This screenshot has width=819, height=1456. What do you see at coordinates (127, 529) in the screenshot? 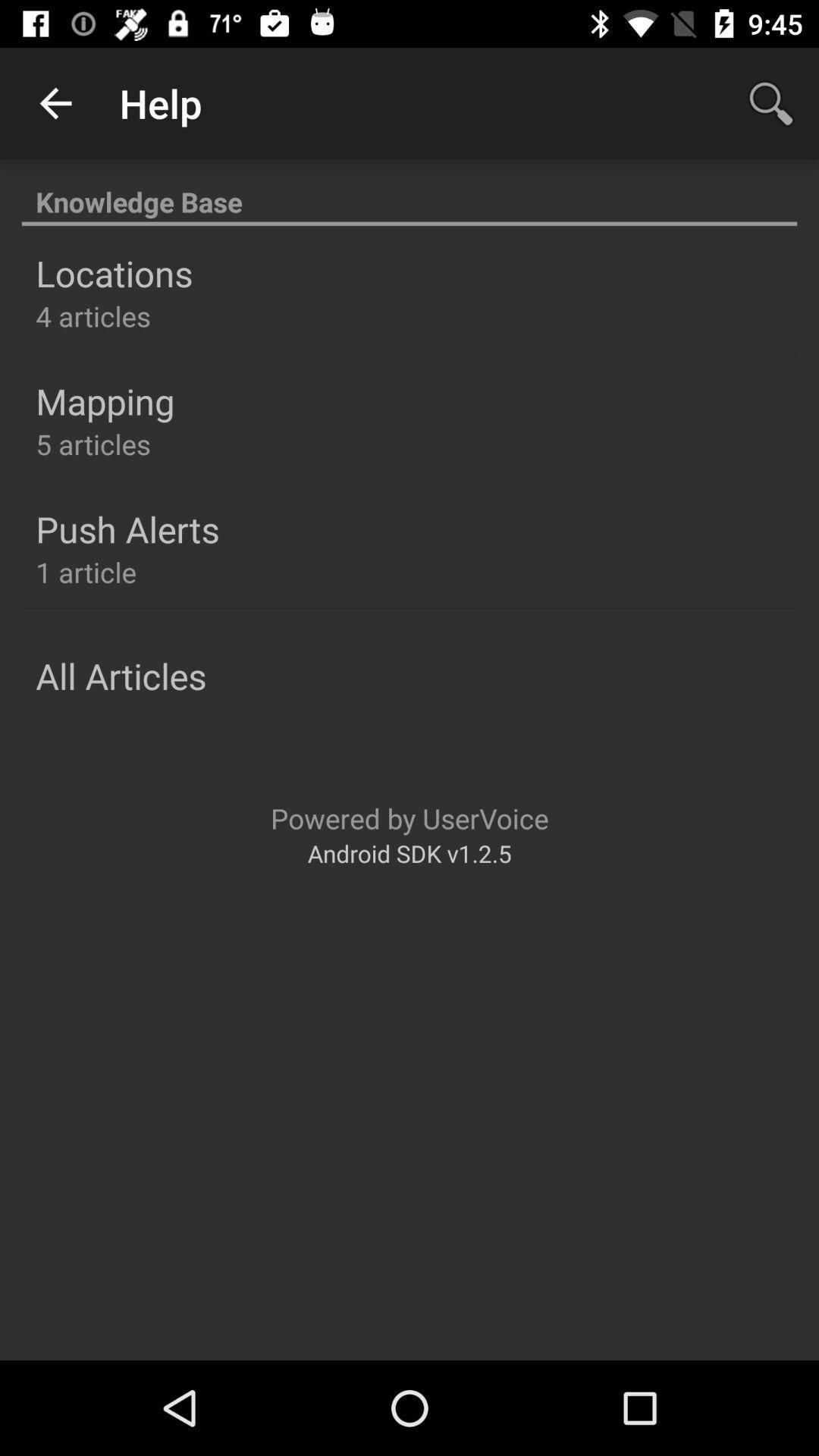
I see `push alerts icon` at bounding box center [127, 529].